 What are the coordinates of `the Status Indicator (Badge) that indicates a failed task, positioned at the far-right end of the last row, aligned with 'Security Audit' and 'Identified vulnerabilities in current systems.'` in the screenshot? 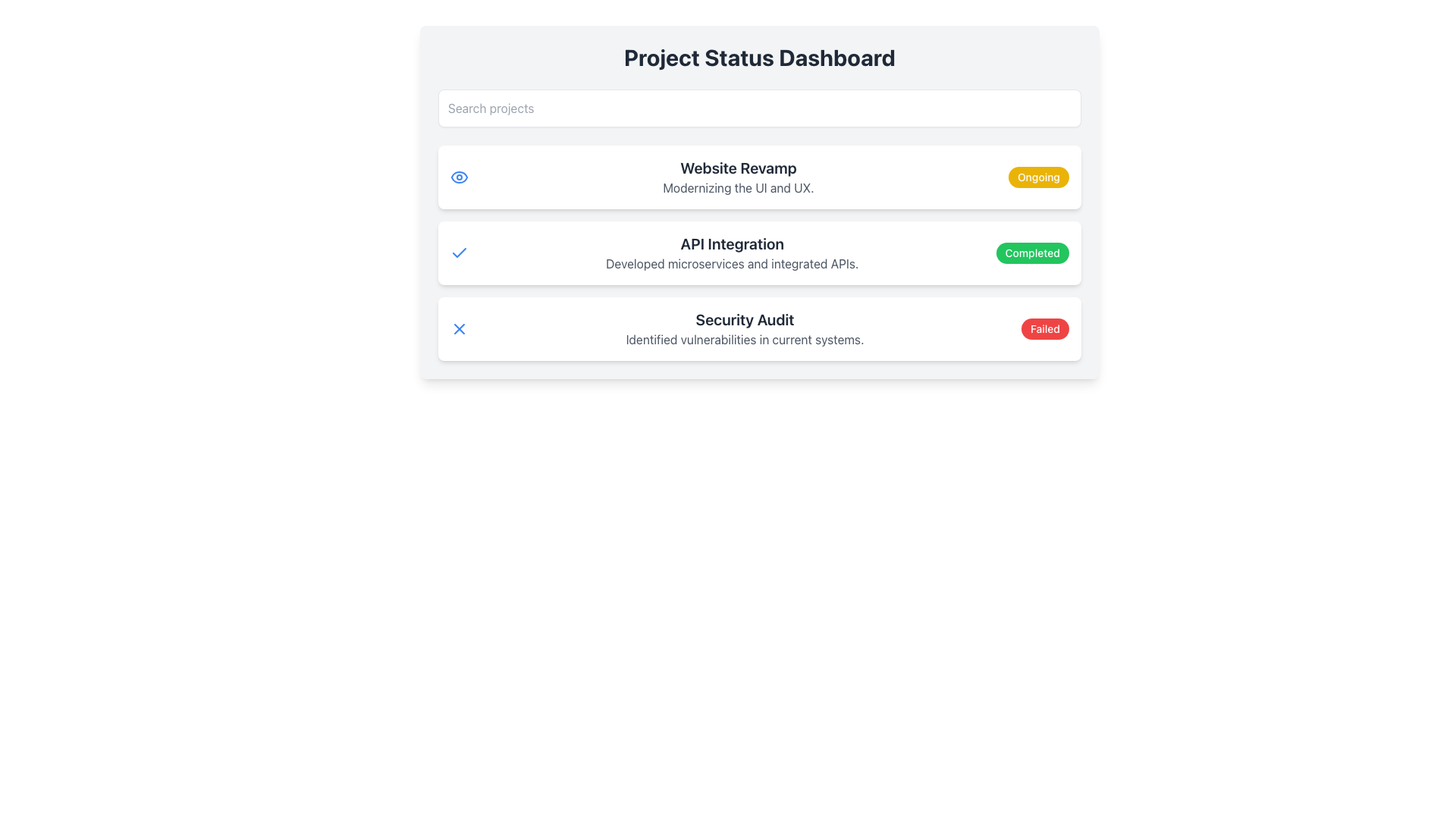 It's located at (1044, 328).